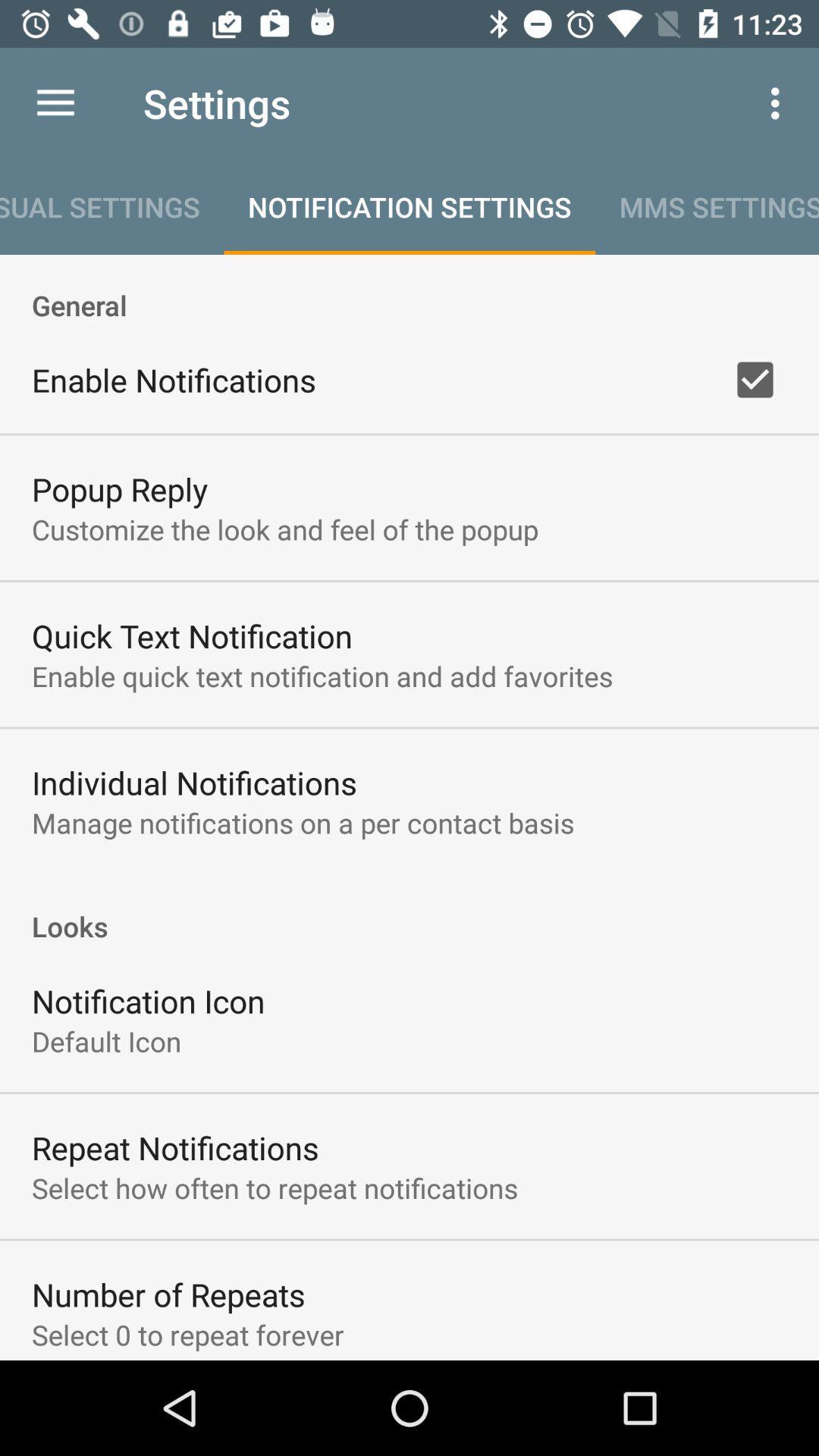 The image size is (819, 1456). What do you see at coordinates (303, 822) in the screenshot?
I see `the manage notifications on` at bounding box center [303, 822].